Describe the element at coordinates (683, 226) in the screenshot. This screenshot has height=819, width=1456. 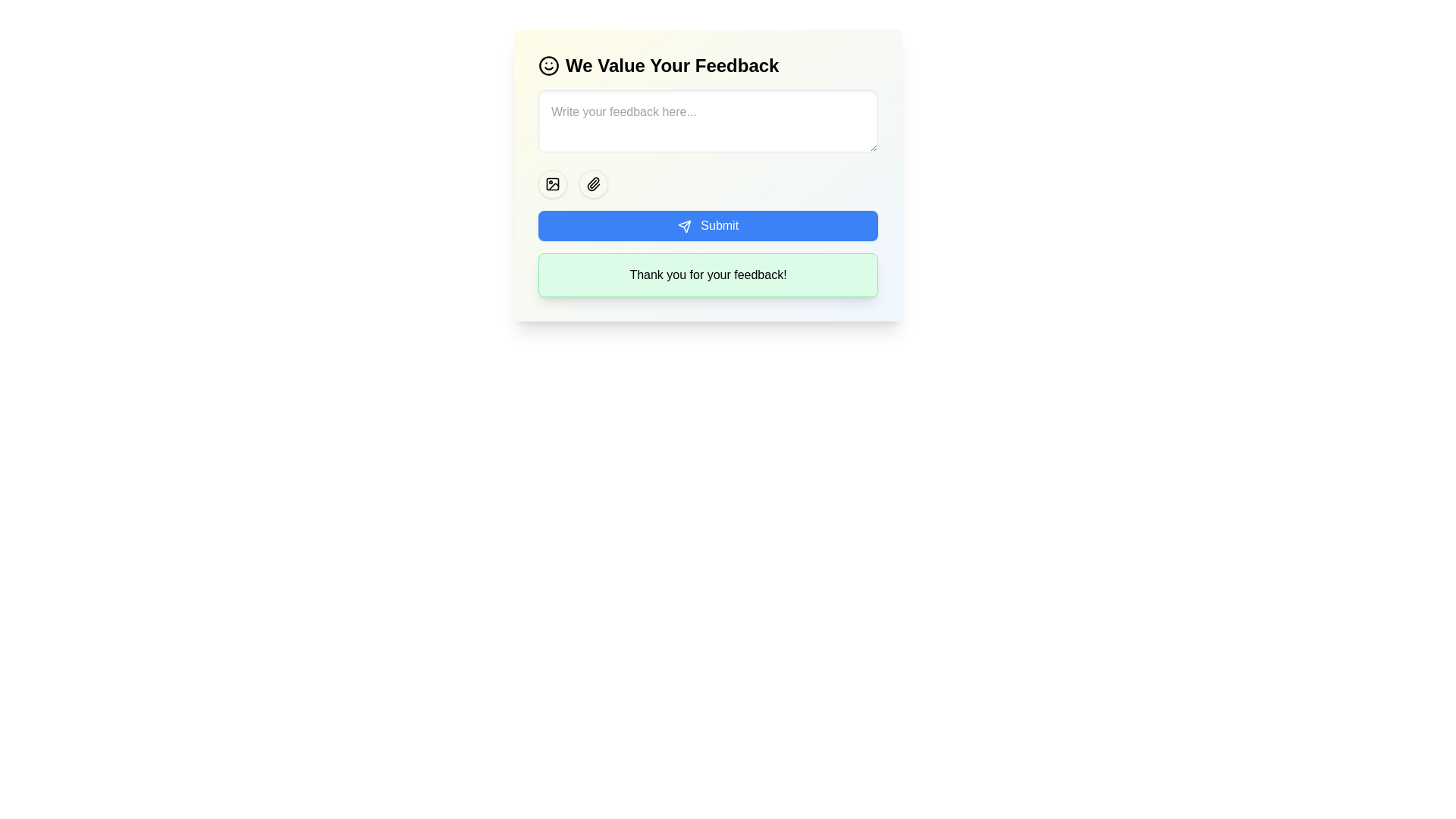
I see `the paper plane icon with a blue background that is part of the 'Submit' button` at that location.